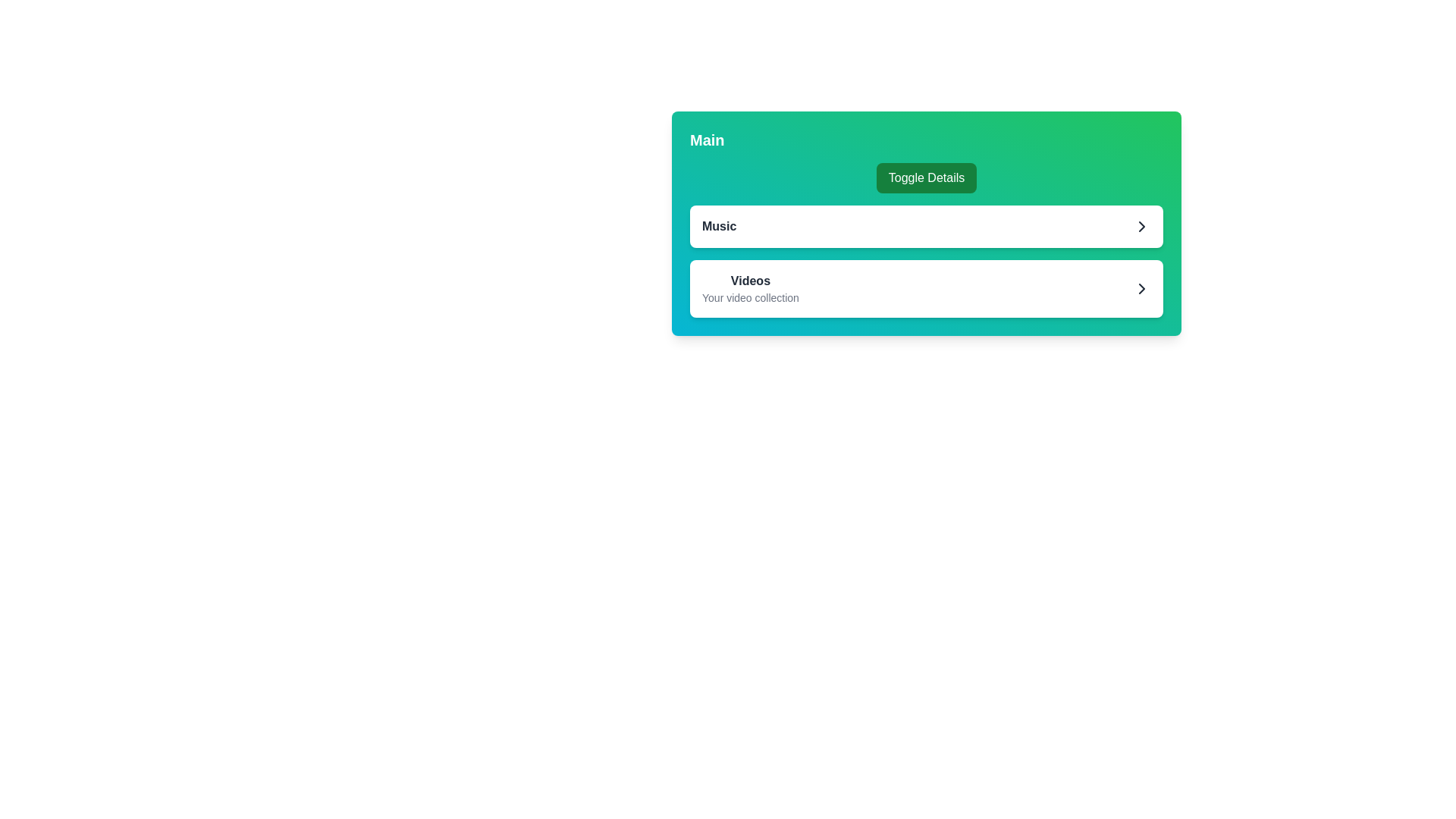 The image size is (1456, 819). Describe the element at coordinates (706, 140) in the screenshot. I see `the heading text element located at the top-left corner of the card component` at that location.